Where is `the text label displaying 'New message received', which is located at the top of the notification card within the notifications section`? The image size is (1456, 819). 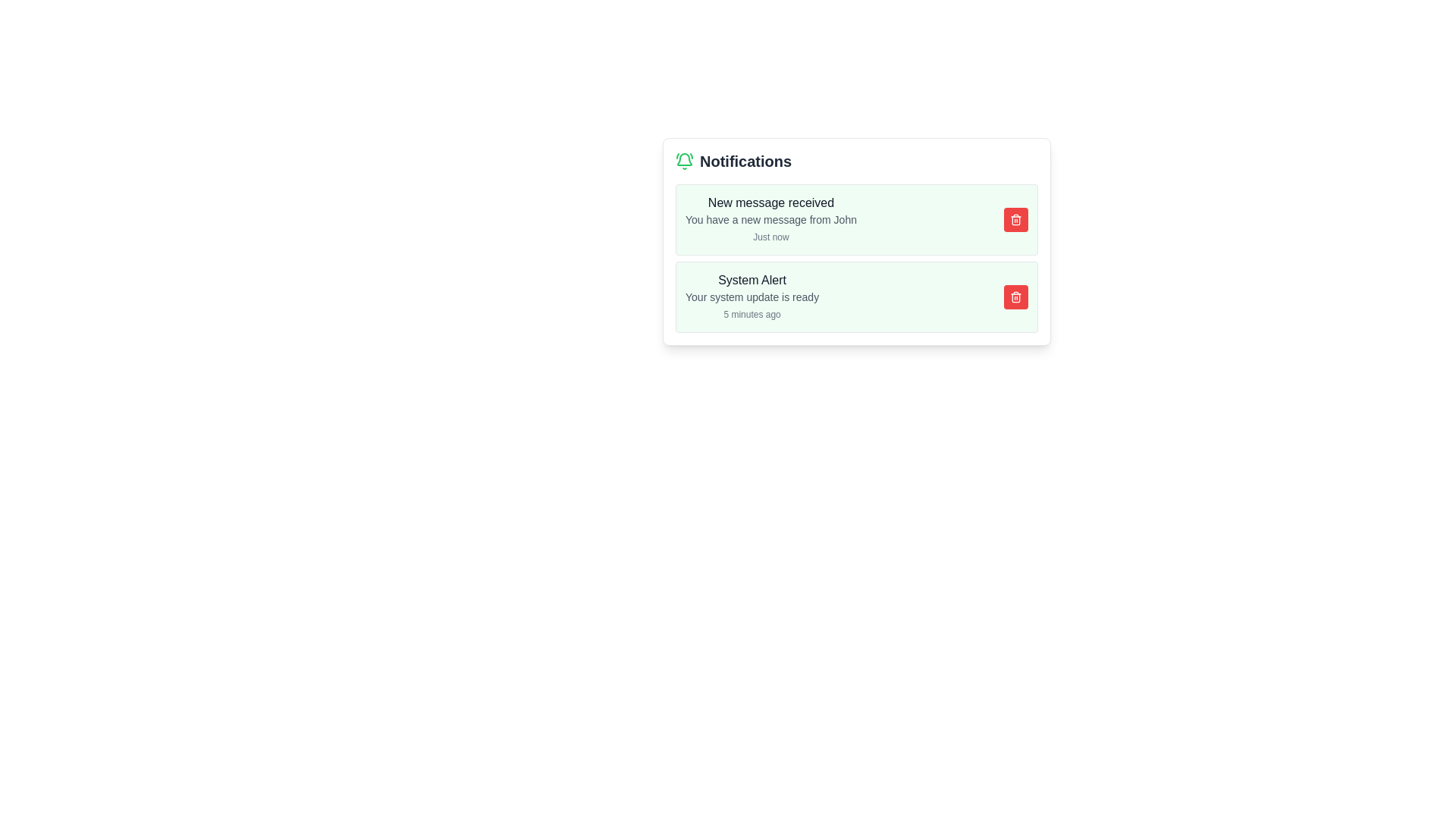 the text label displaying 'New message received', which is located at the top of the notification card within the notifications section is located at coordinates (771, 202).